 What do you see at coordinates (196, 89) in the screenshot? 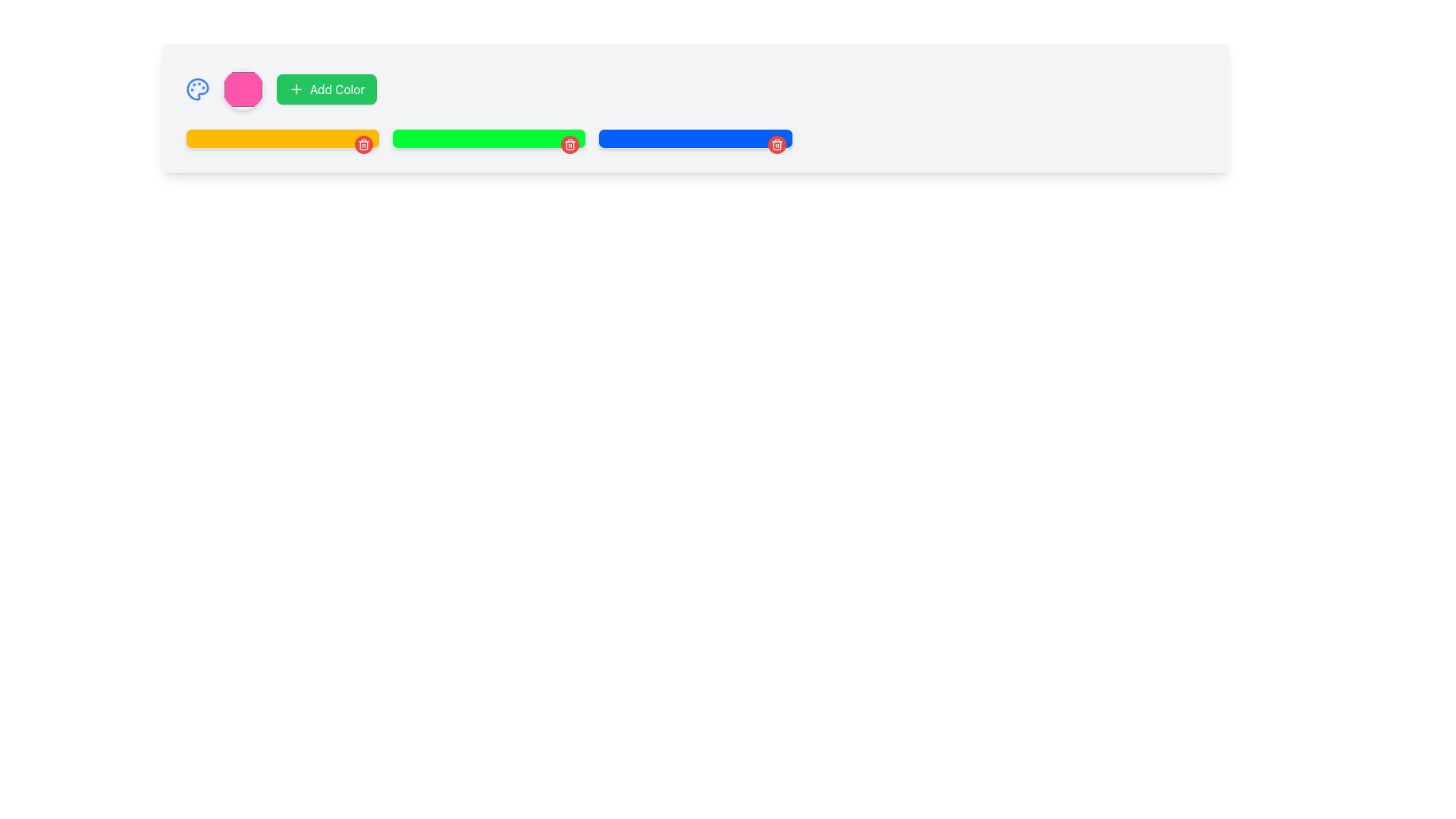
I see `the palette icon located at the leftmost side of the horizontal bar in the header area, which represents settings or options related to color or themes` at bounding box center [196, 89].